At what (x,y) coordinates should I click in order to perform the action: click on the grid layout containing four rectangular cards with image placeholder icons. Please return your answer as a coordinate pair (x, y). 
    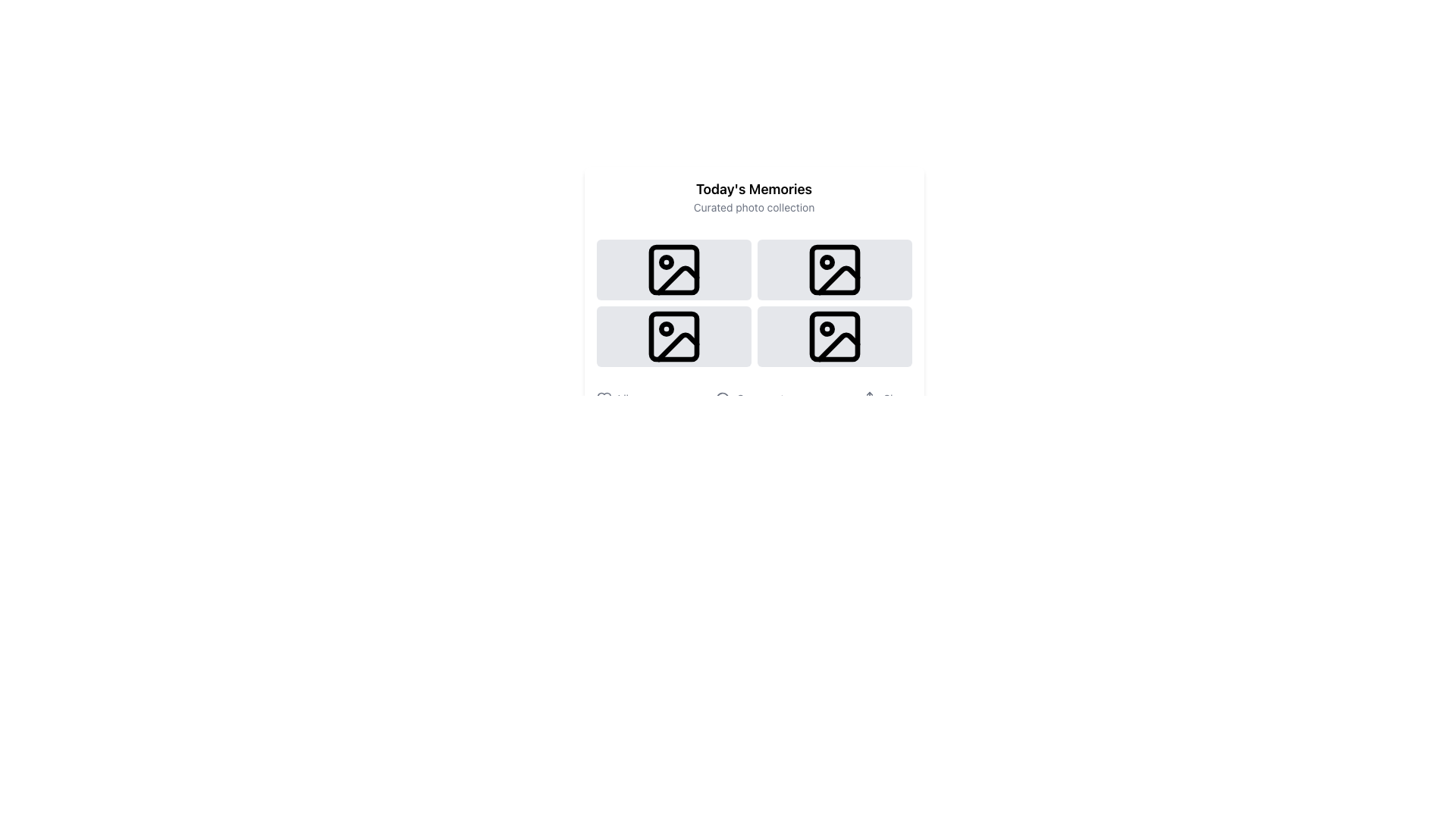
    Looking at the image, I should click on (754, 303).